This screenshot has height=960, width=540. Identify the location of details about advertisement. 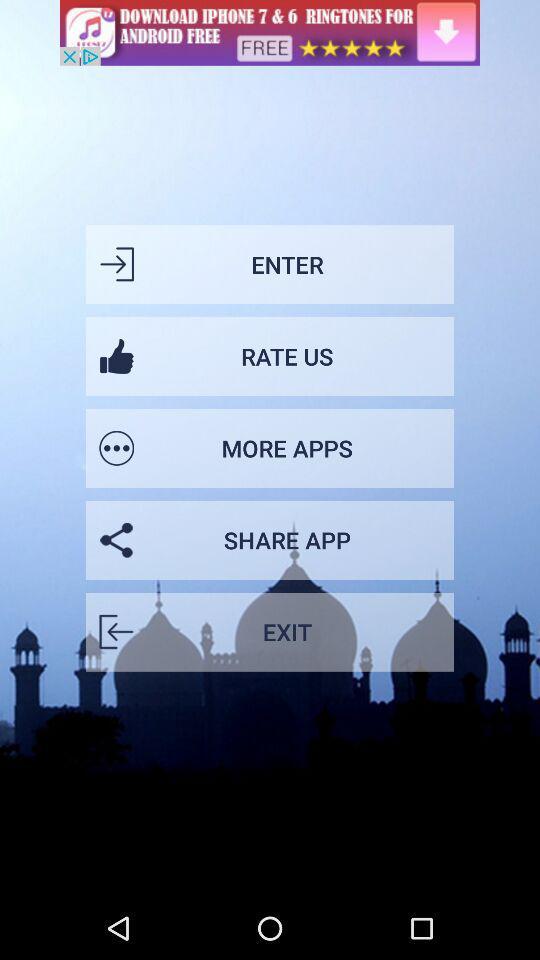
(270, 31).